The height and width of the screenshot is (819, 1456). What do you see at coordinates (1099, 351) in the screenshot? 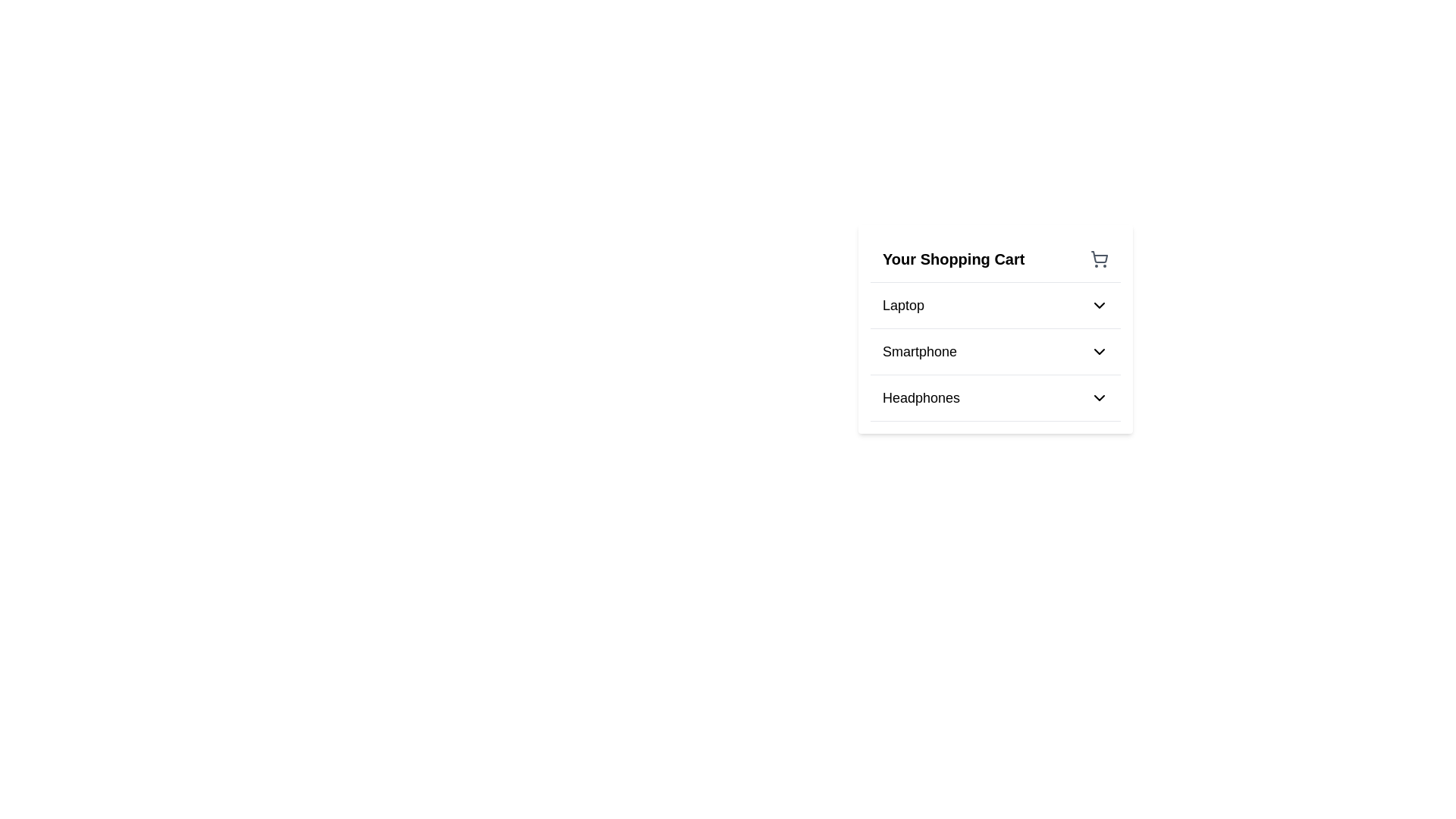
I see `the small downward-facing chevron icon located on the rightmost side of the 'Smartphone' row` at bounding box center [1099, 351].